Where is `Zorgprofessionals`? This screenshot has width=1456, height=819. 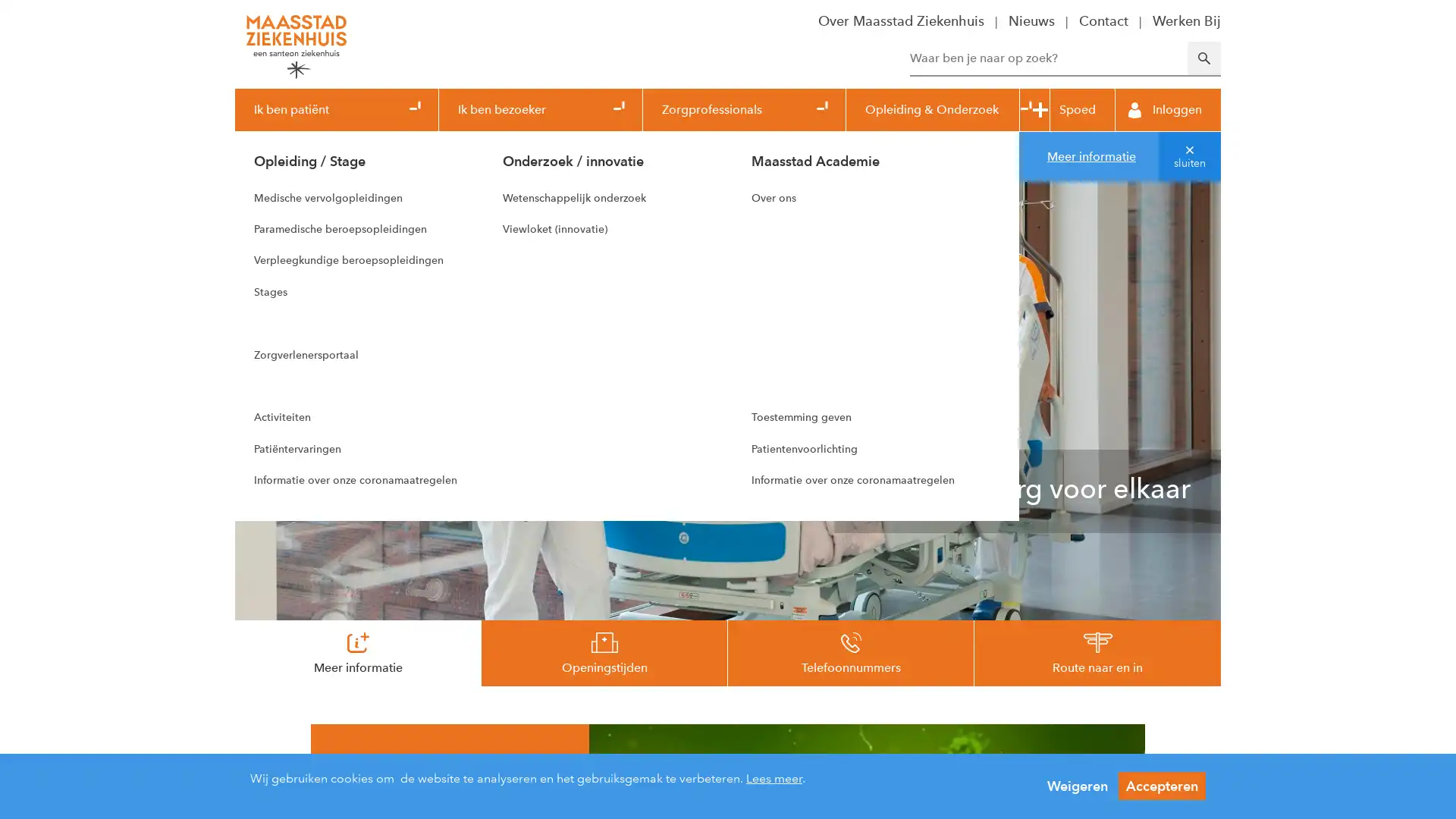 Zorgprofessionals is located at coordinates (743, 109).